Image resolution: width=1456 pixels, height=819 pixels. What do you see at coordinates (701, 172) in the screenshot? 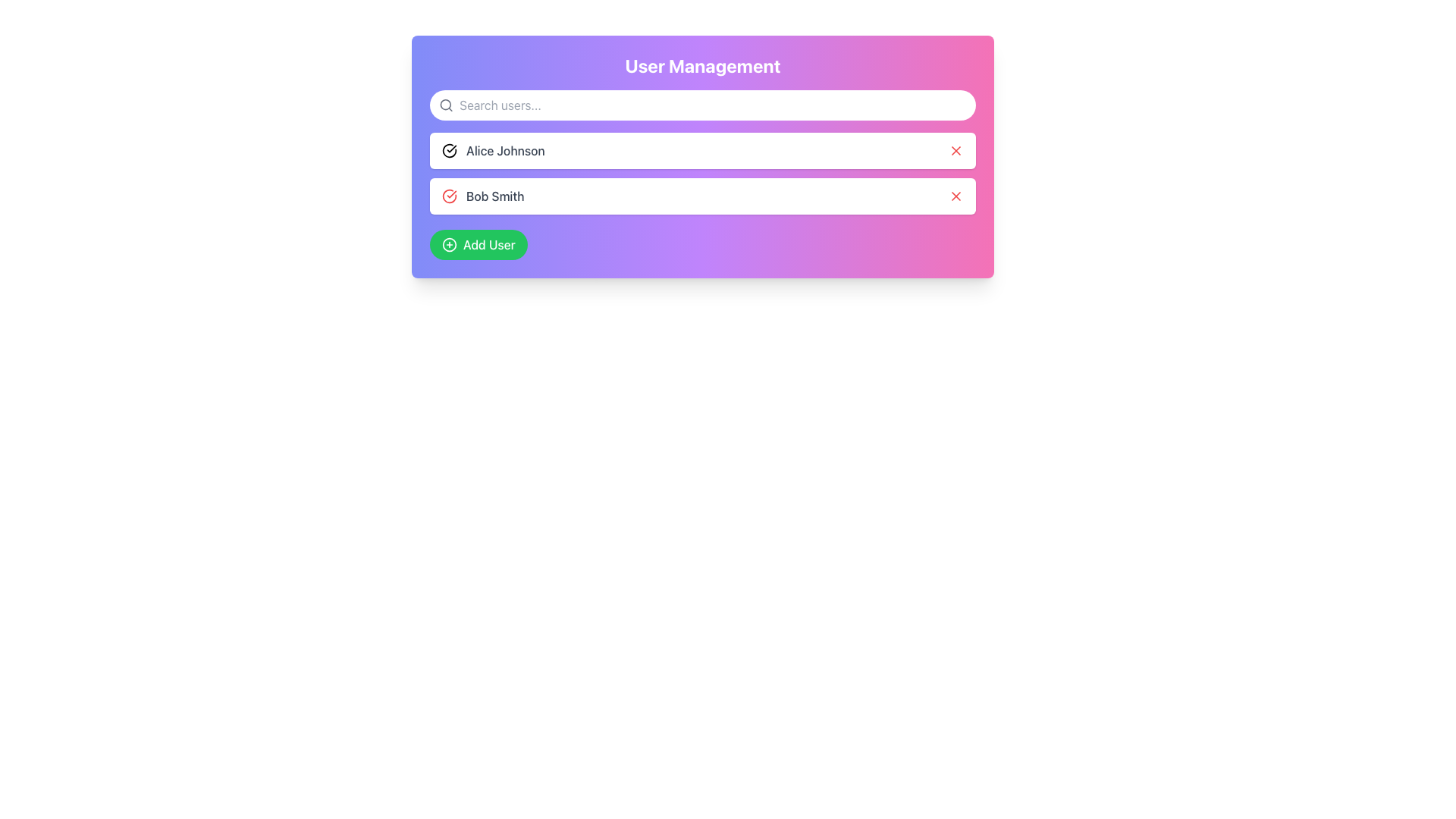
I see `the text label of the user entries in the management interface to read details` at bounding box center [701, 172].